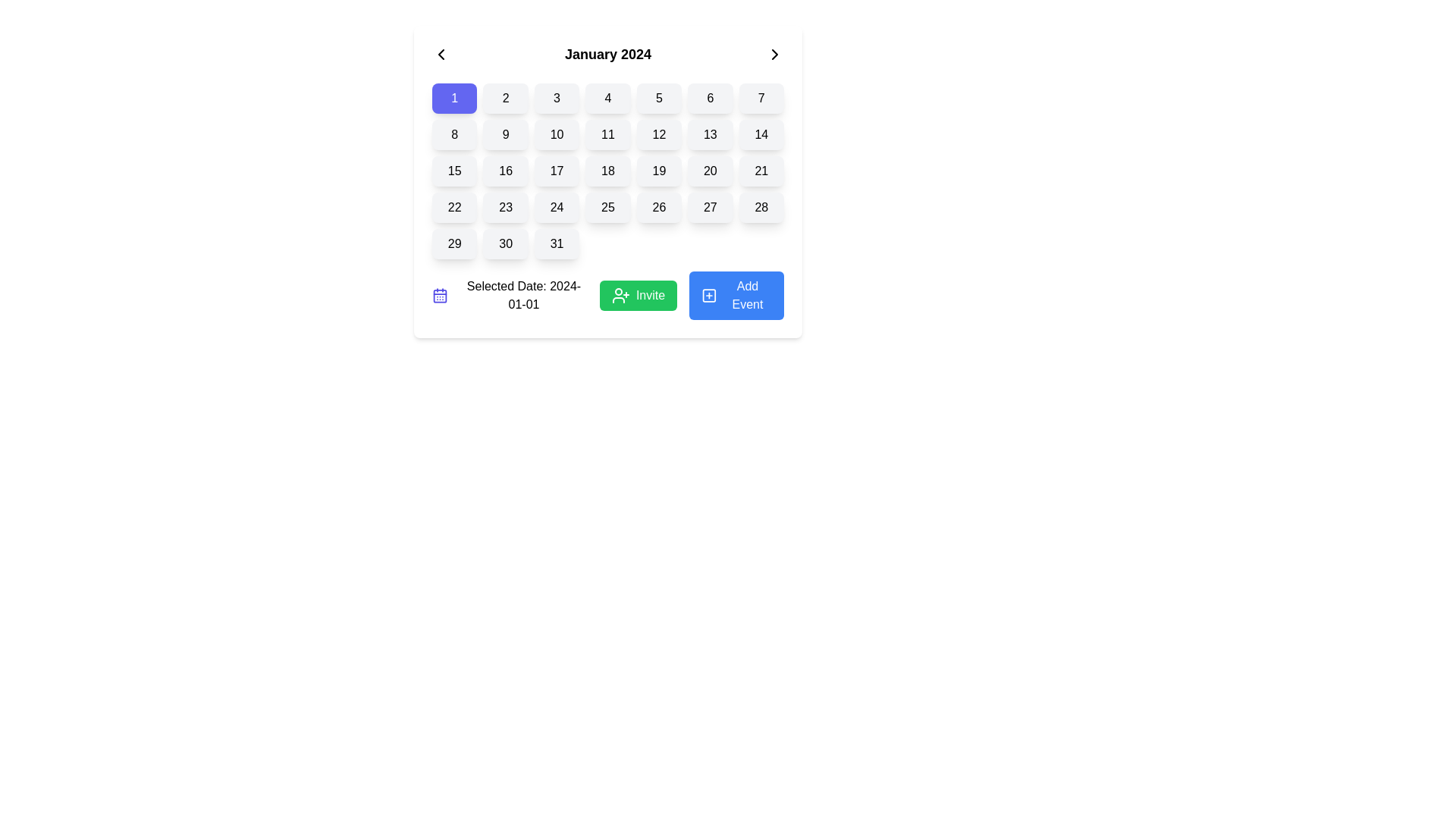 Image resolution: width=1456 pixels, height=819 pixels. Describe the element at coordinates (607, 99) in the screenshot. I see `on the calendar date cell displaying the number '4', which is a rounded rectangular cell with a light gray background and bold black font` at that location.